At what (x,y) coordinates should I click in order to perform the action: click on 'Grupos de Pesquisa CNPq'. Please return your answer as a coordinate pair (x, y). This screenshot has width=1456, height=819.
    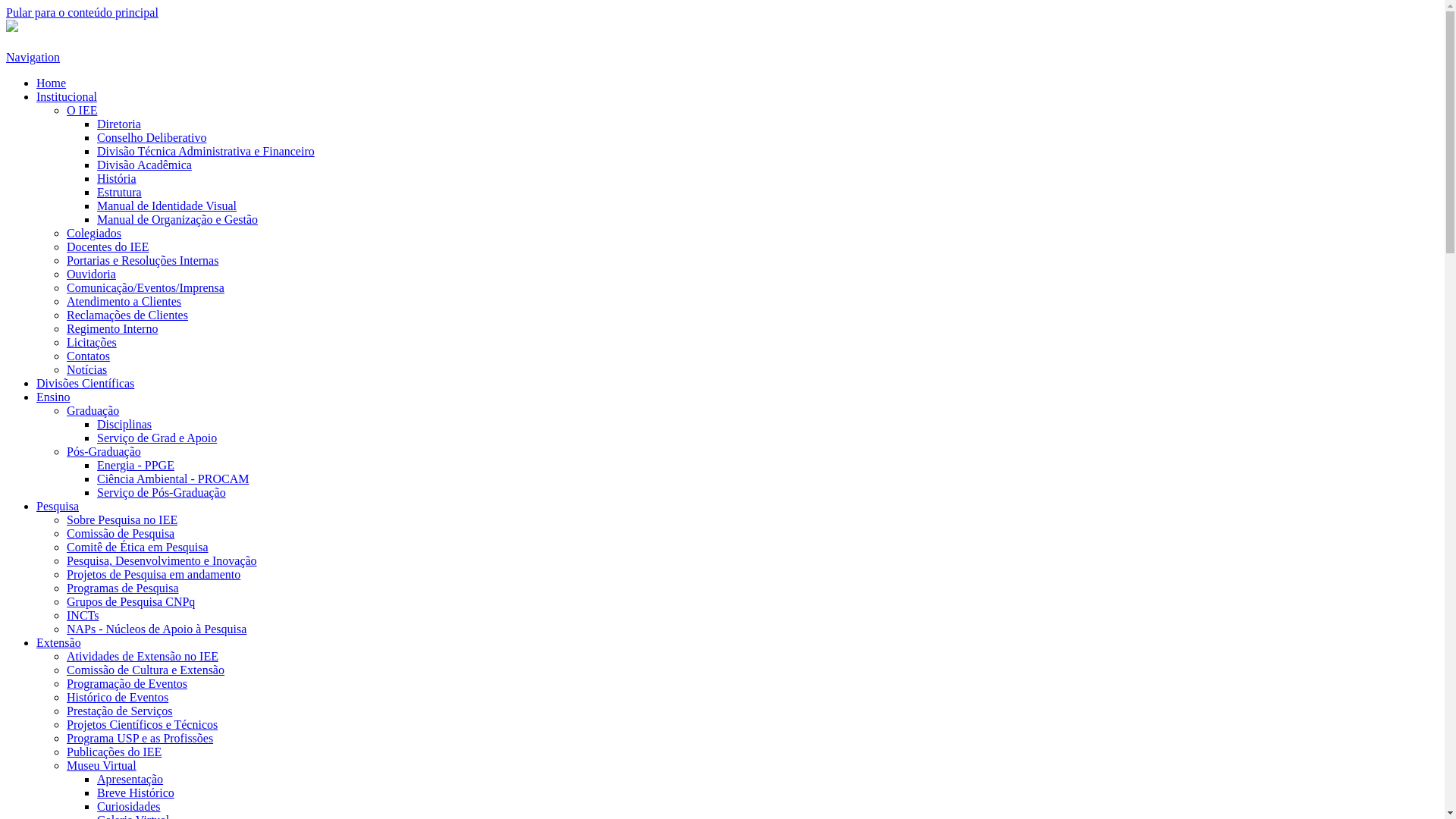
    Looking at the image, I should click on (130, 601).